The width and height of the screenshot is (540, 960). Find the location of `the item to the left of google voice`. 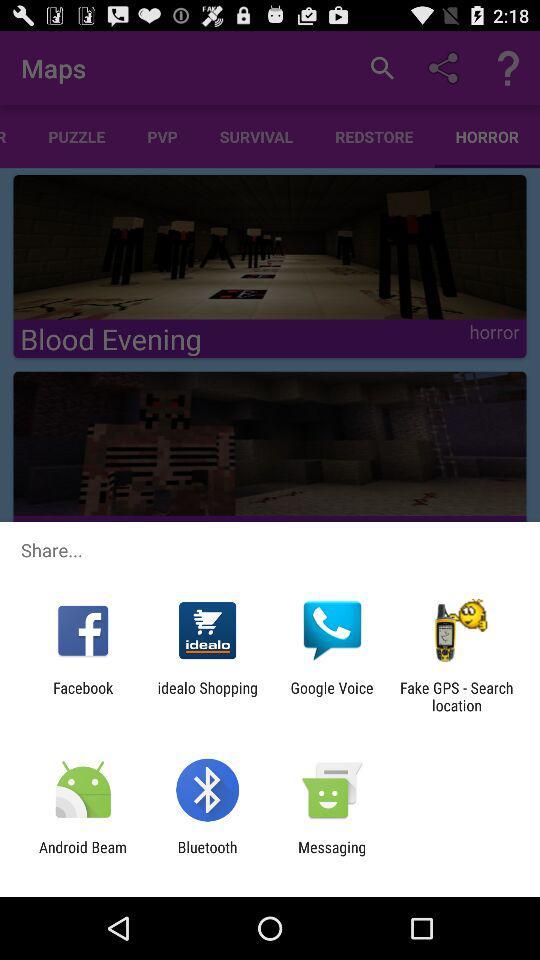

the item to the left of google voice is located at coordinates (206, 696).